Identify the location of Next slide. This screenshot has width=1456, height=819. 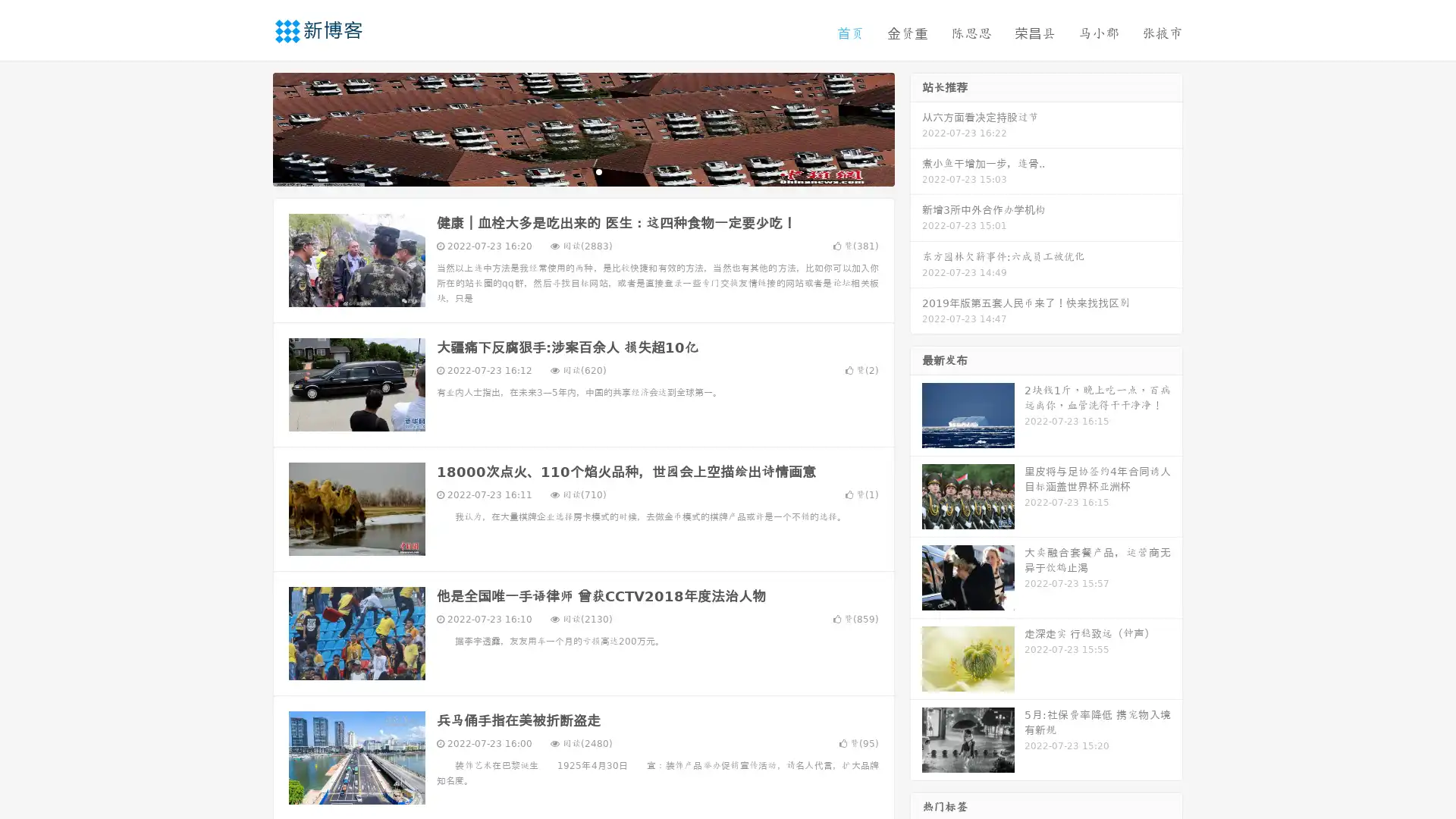
(916, 127).